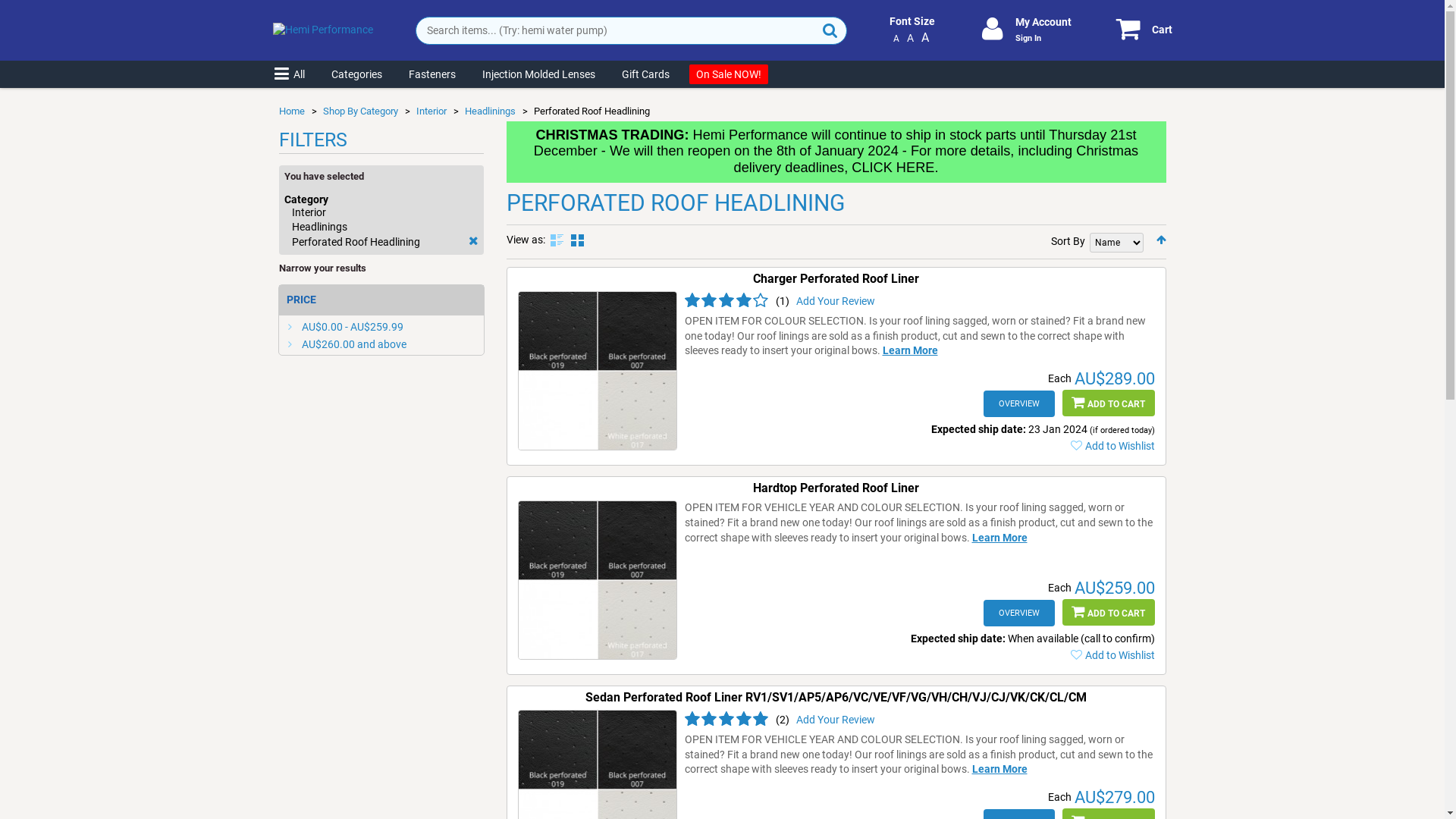 The width and height of the screenshot is (1456, 819). Describe the element at coordinates (576, 239) in the screenshot. I see `'Grid'` at that location.